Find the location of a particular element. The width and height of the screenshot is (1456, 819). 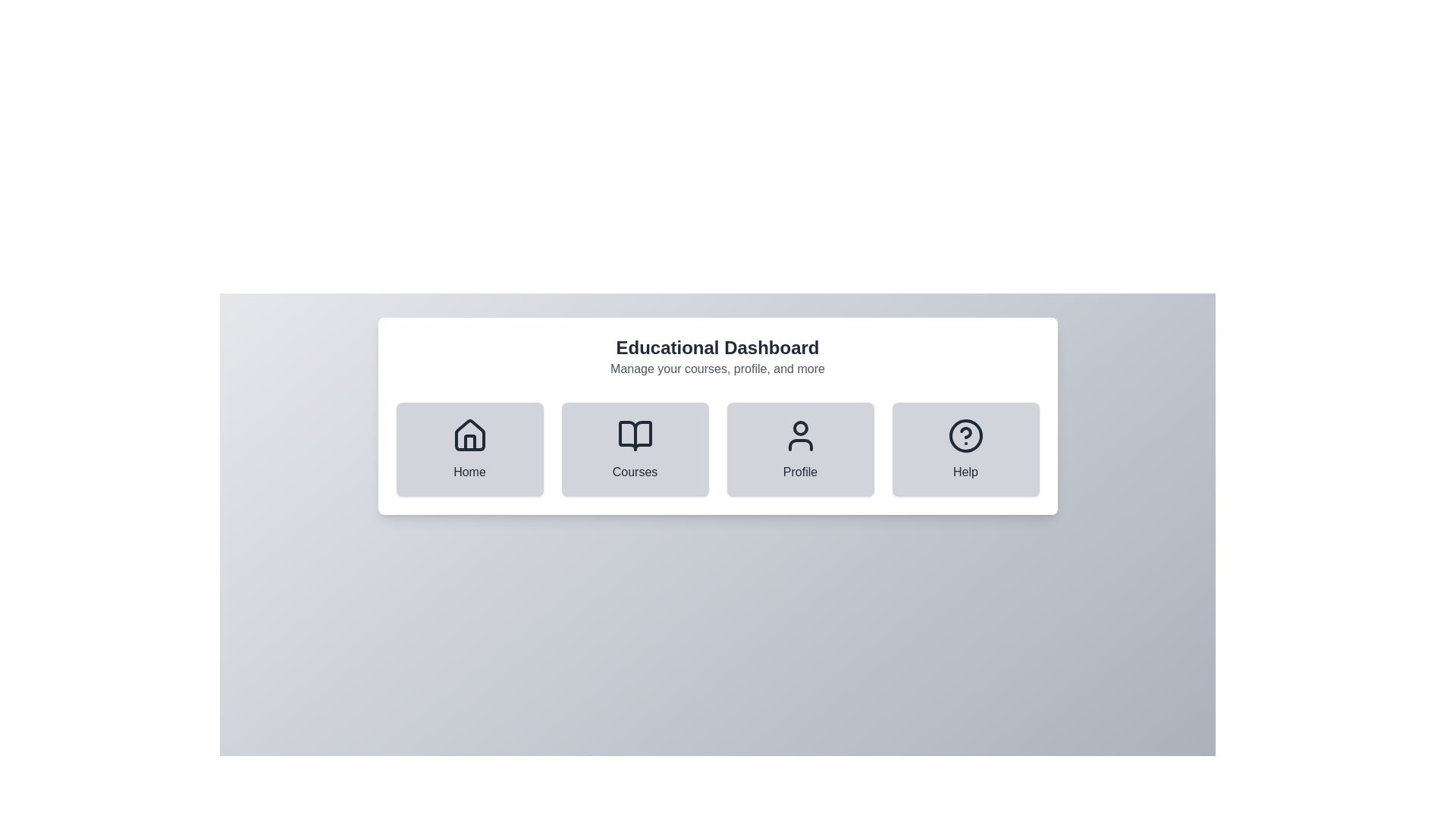

the static text element that serves as a descriptive subtitle for the 'Educational Dashboard', located centrally below the title is located at coordinates (717, 369).